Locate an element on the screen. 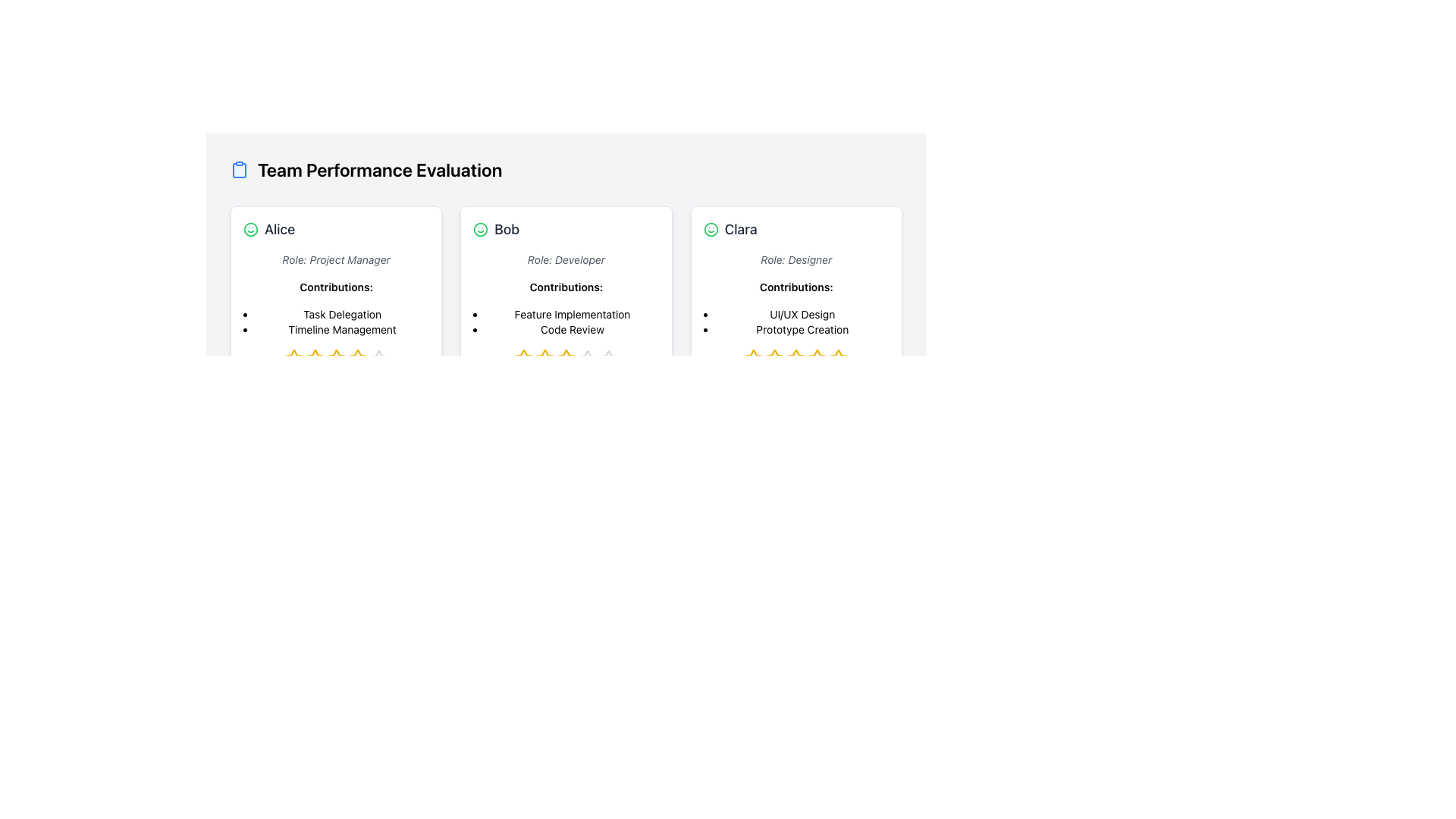 This screenshot has width=1456, height=819. the third star icon in the rating component for 'Clara - Role: Designer', located below 'Contributions: UI/UX Design Prototype Creation' is located at coordinates (775, 359).